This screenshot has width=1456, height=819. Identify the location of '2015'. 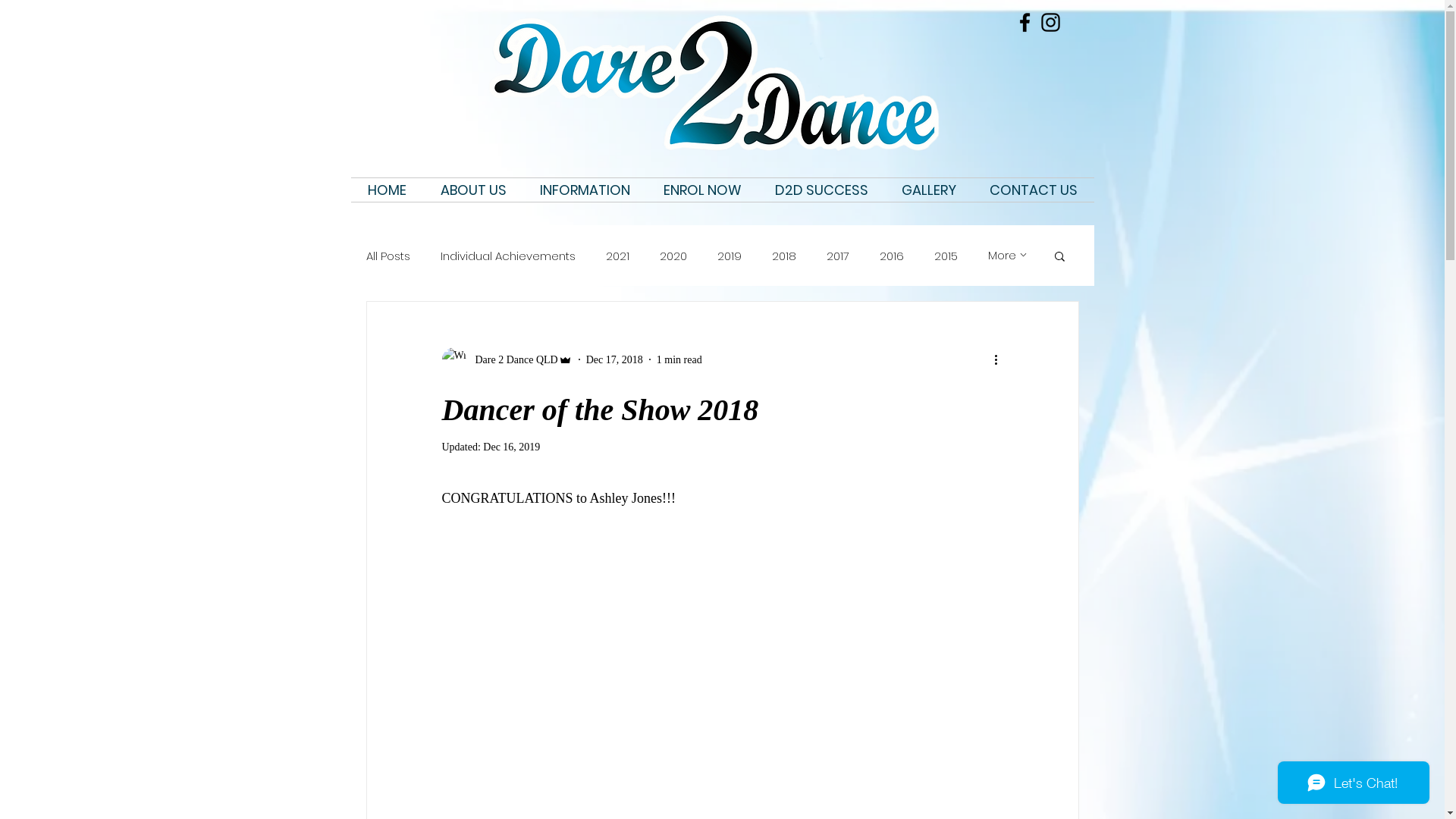
(945, 255).